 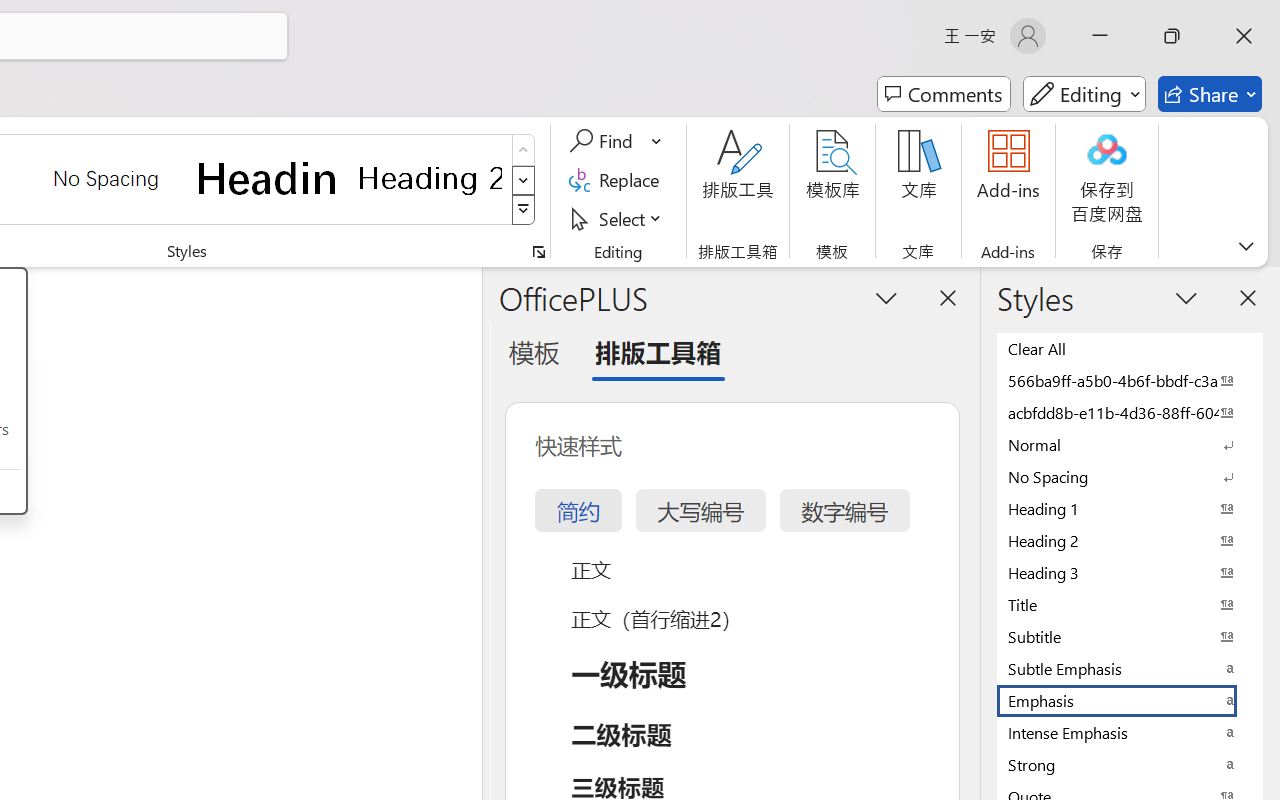 I want to click on 'Heading 3', so click(x=1130, y=571).